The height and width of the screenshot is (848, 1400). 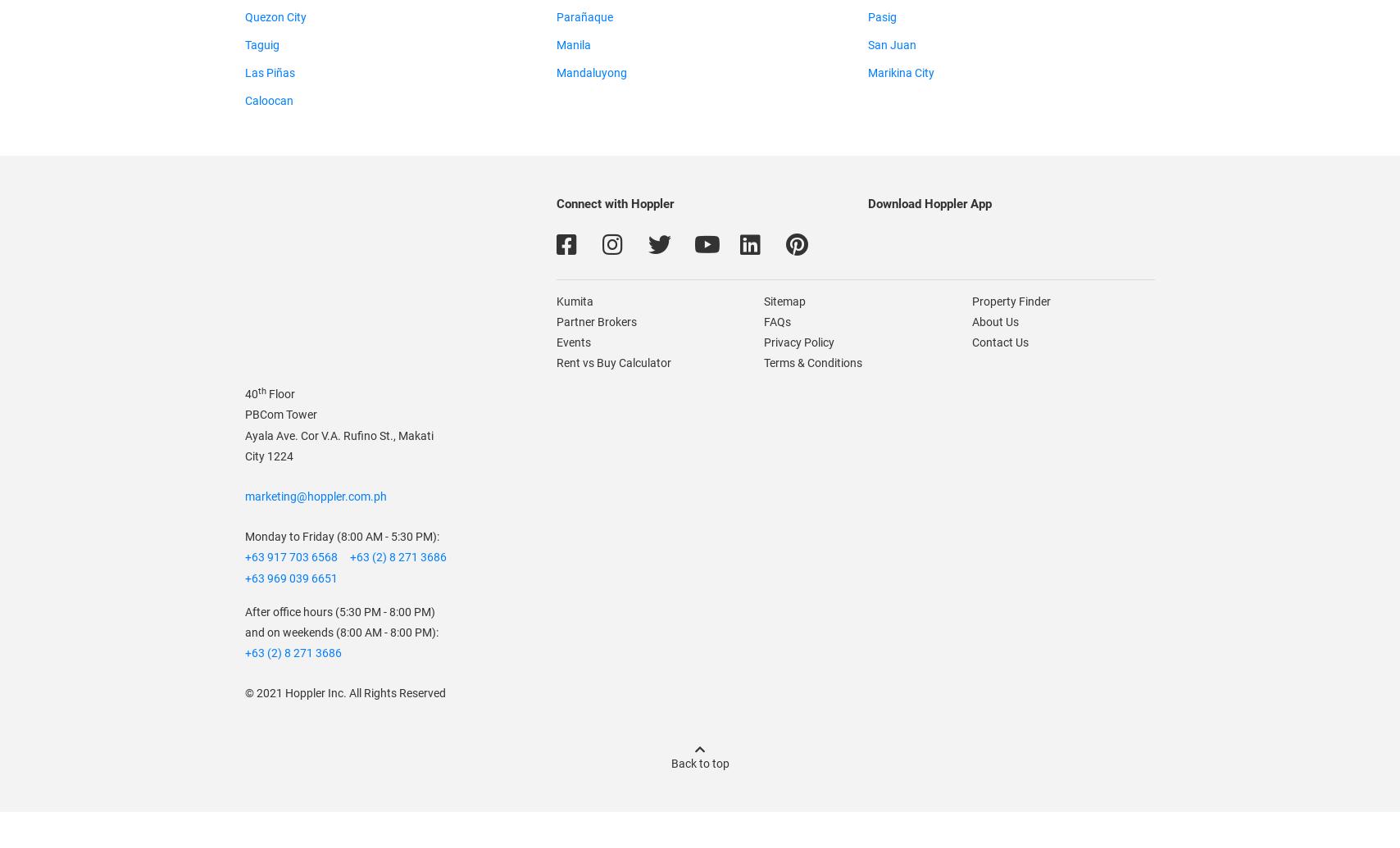 What do you see at coordinates (275, 17) in the screenshot?
I see `'Quezon City'` at bounding box center [275, 17].